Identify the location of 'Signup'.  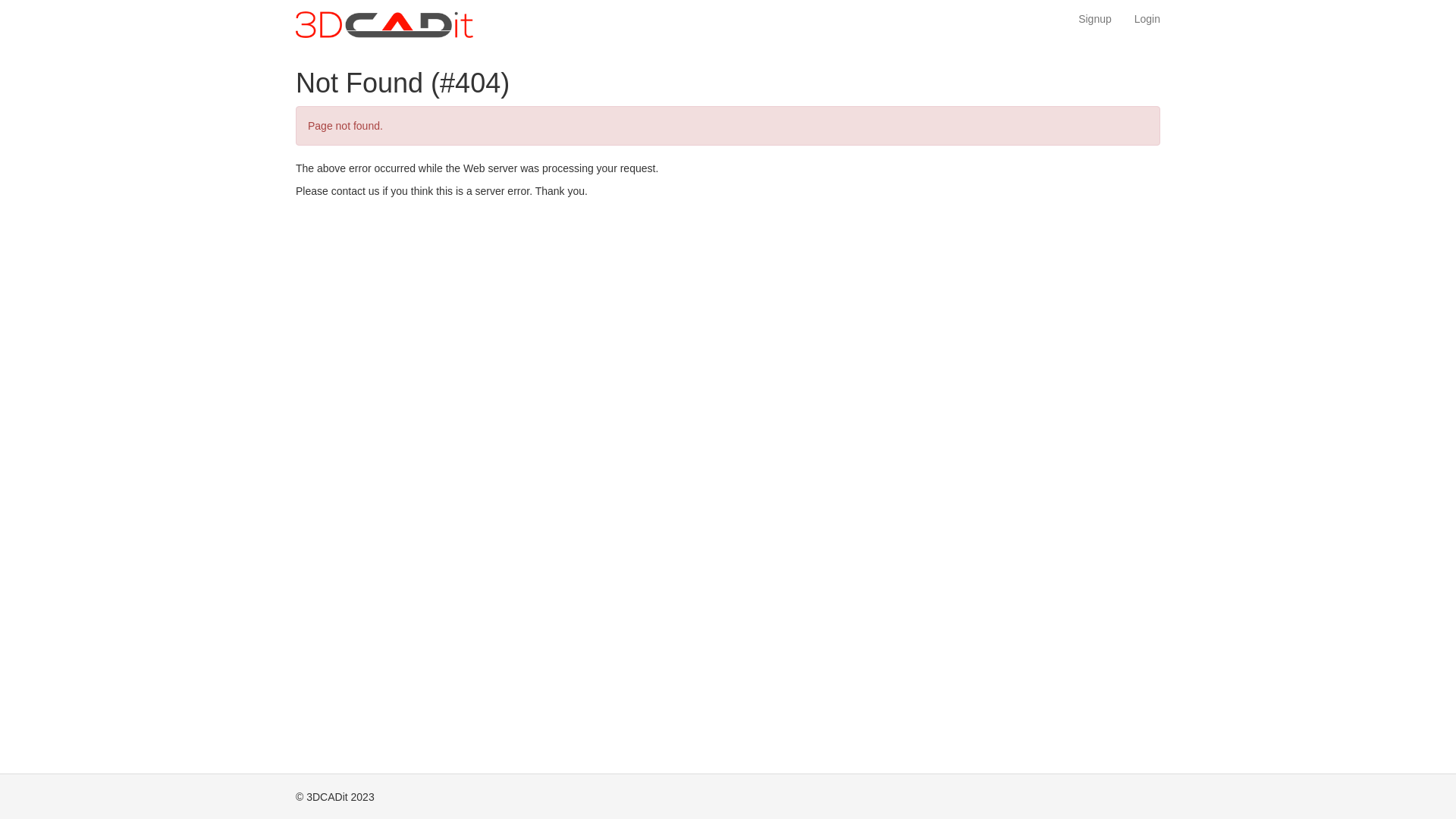
(1095, 18).